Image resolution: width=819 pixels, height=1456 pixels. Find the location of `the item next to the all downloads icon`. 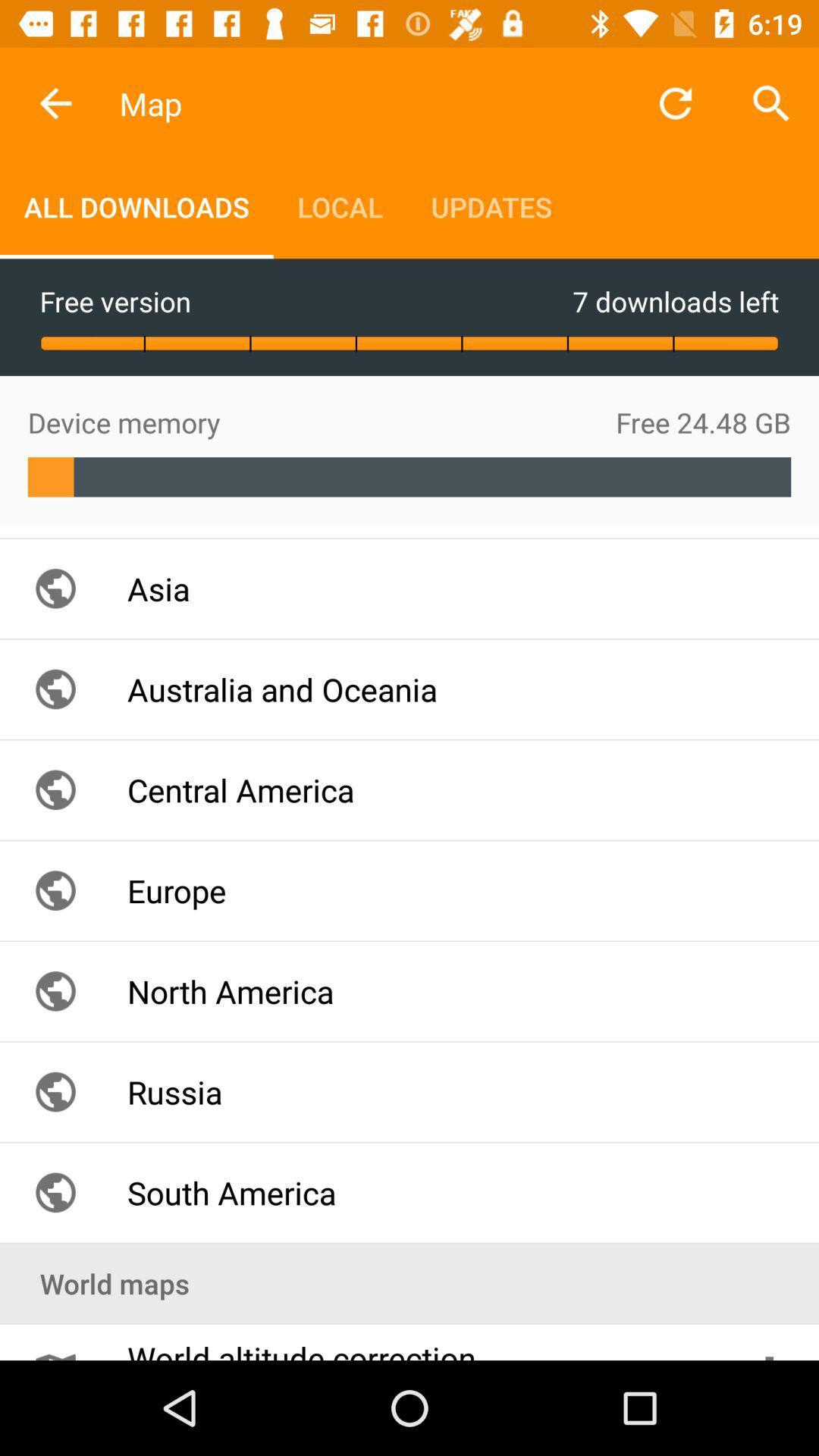

the item next to the all downloads icon is located at coordinates (339, 206).